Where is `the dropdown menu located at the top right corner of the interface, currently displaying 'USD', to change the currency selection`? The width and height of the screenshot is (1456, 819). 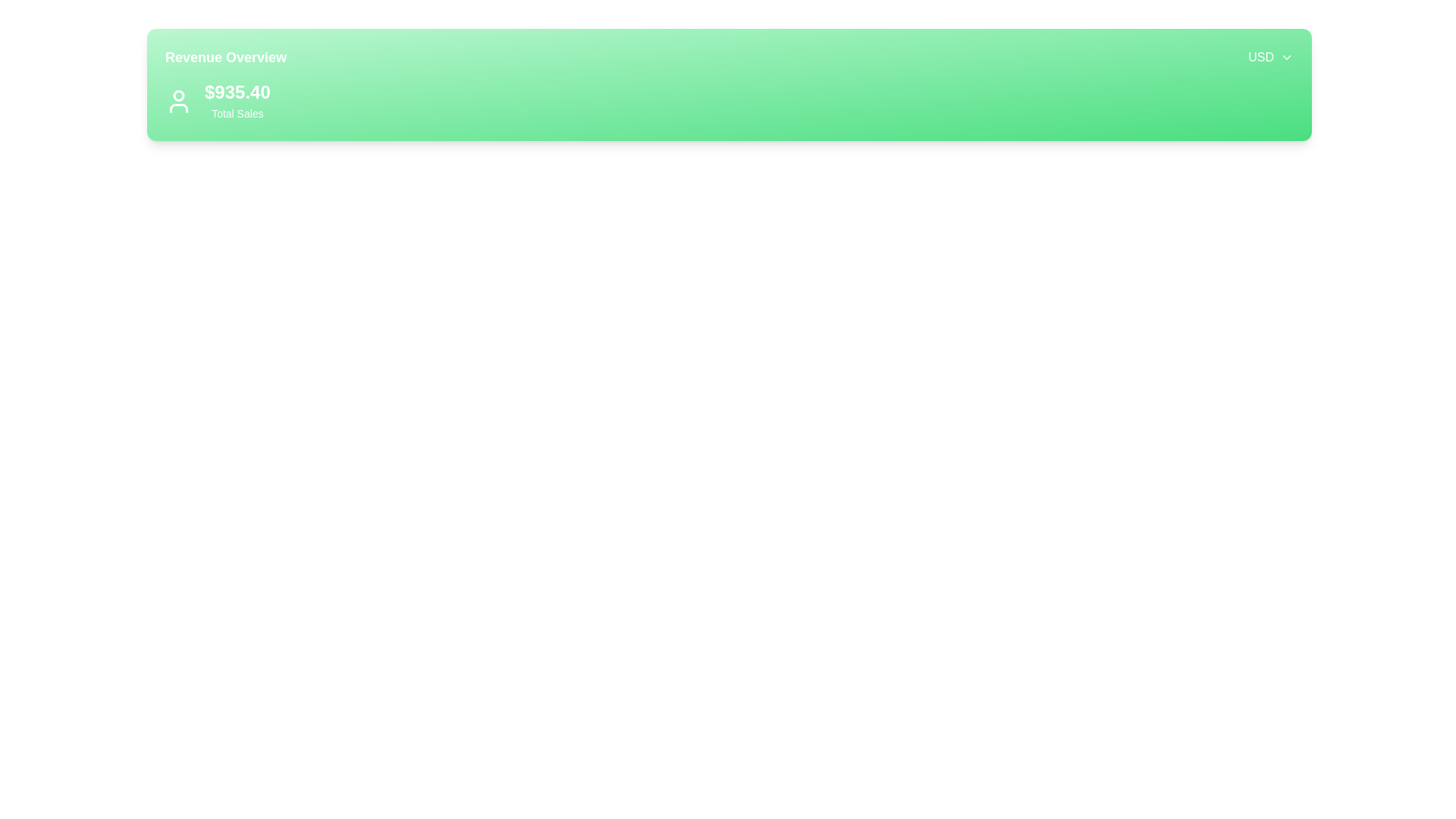 the dropdown menu located at the top right corner of the interface, currently displaying 'USD', to change the currency selection is located at coordinates (1271, 57).